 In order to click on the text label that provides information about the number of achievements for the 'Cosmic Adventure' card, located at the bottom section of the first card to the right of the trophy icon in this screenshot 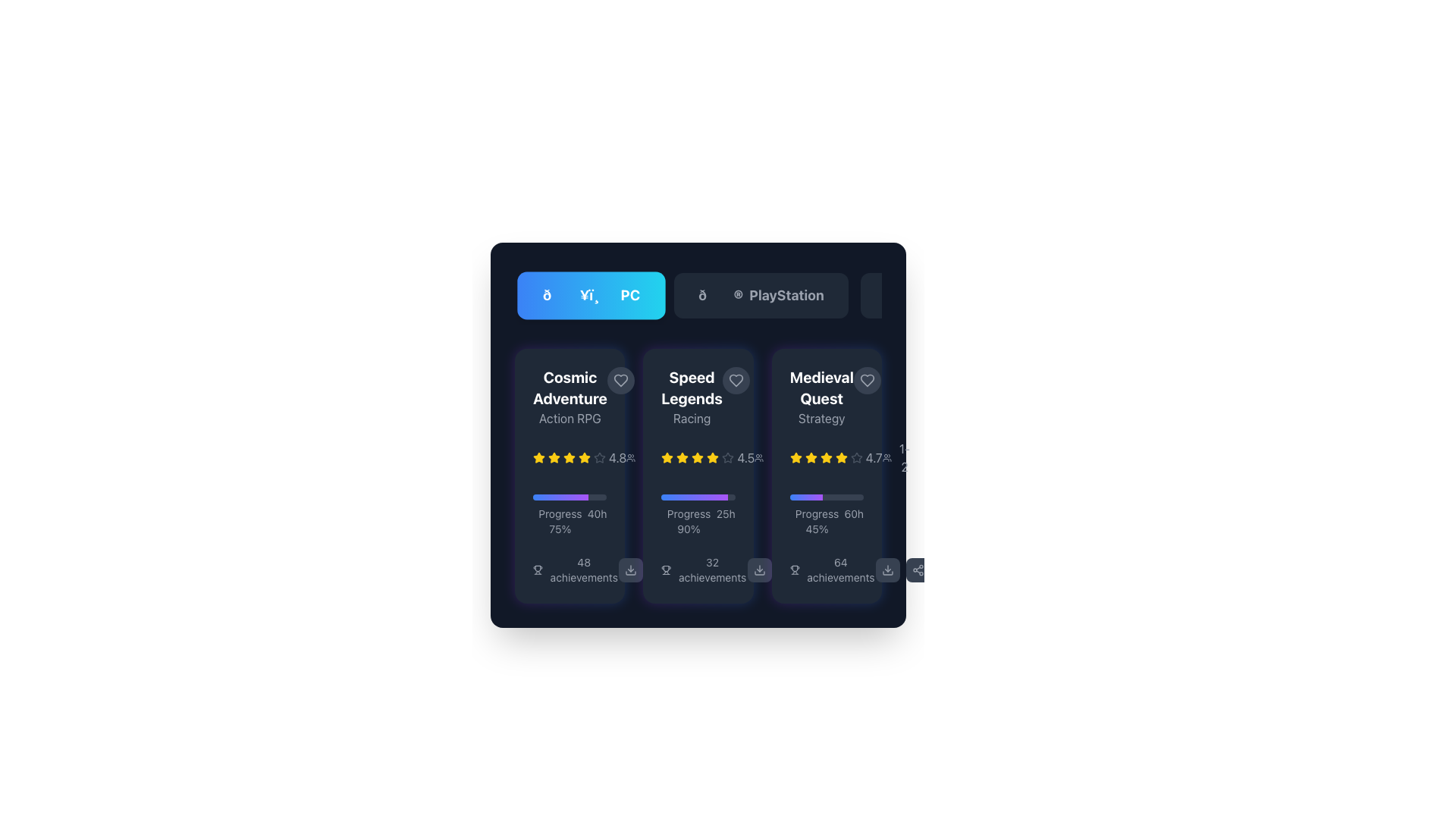, I will do `click(583, 570)`.